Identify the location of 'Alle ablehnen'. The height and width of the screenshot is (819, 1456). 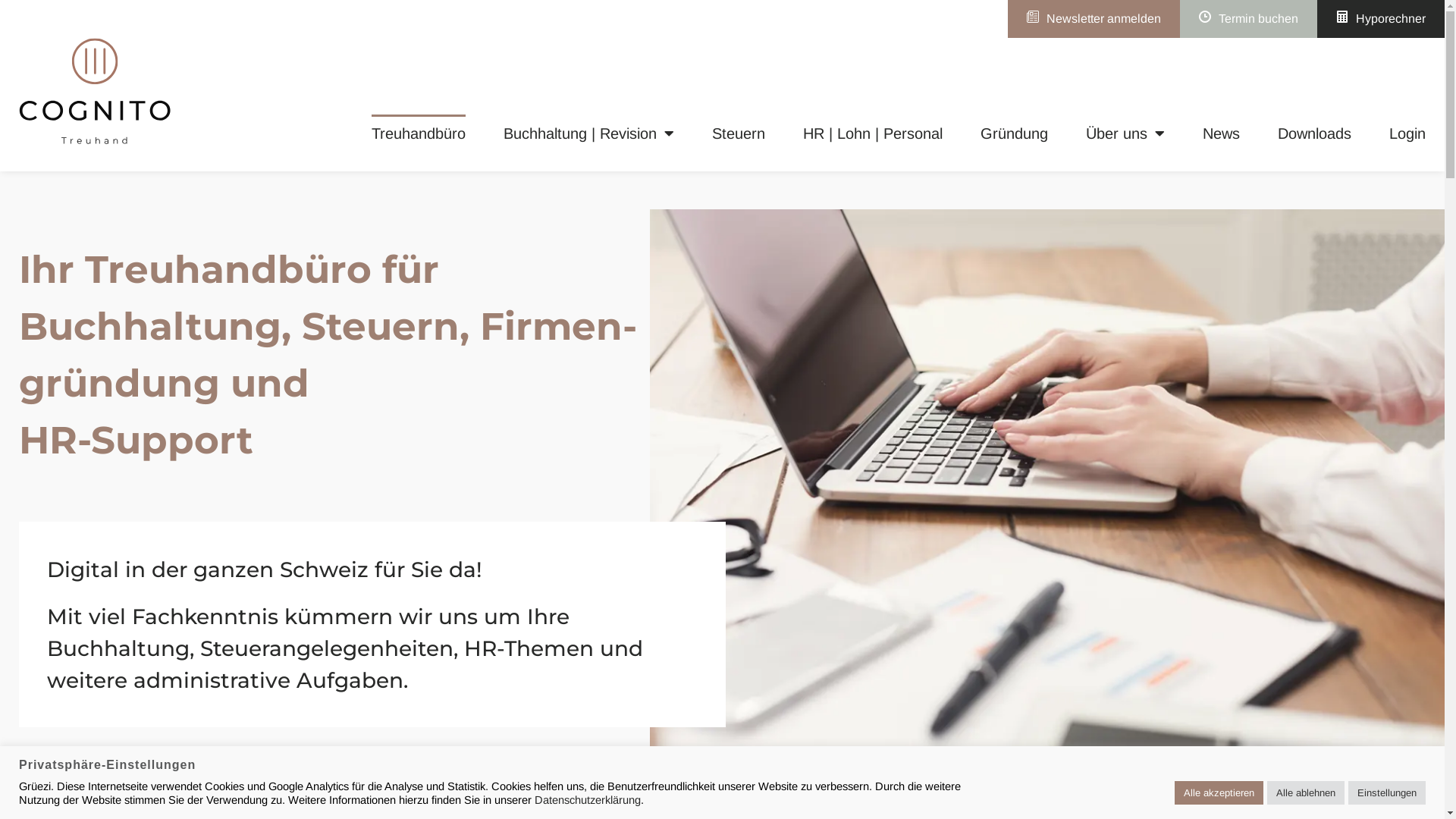
(1305, 792).